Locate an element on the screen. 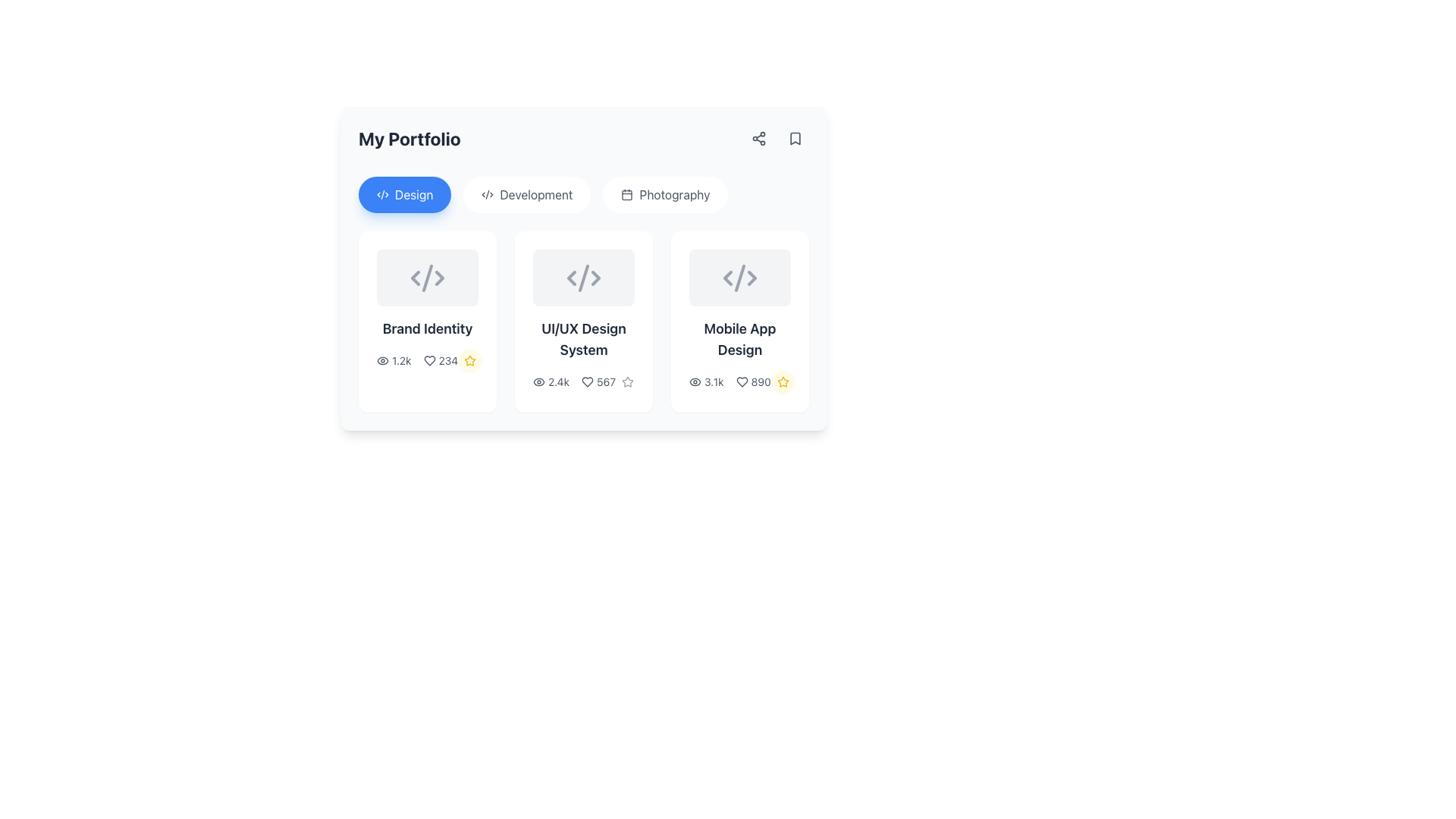  the heart-shaped icon used for registering likes, which is located within the 'Brand Identity' card, adjacent to the numeric text '234' is located at coordinates (428, 361).